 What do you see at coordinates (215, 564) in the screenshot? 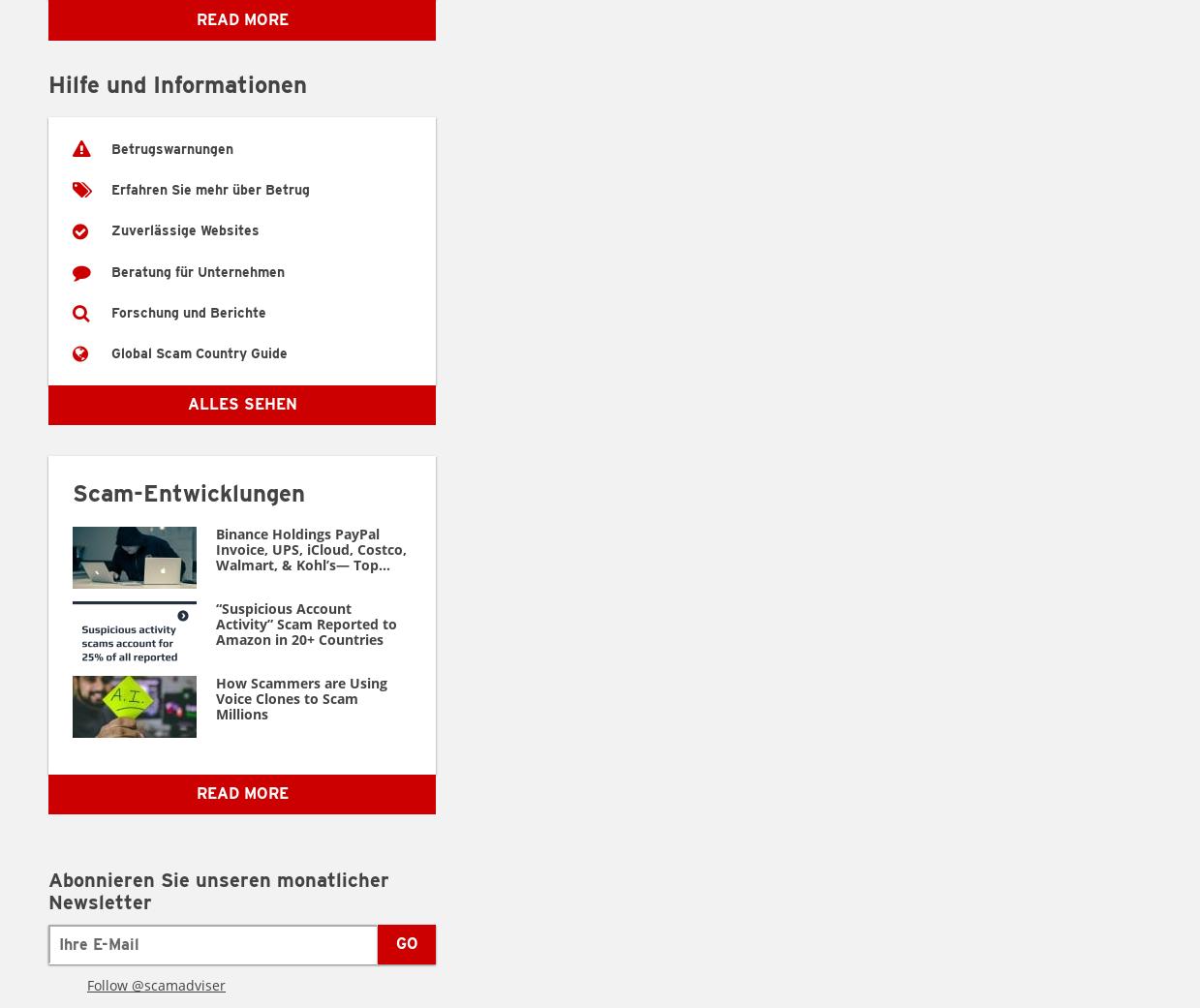
I see `'Binance Holdings PayPal Invoice, UPS, iCloud, Costco, Walmart, & Kohl’s— Top Scams and Phishing Attempts This Week'` at bounding box center [215, 564].